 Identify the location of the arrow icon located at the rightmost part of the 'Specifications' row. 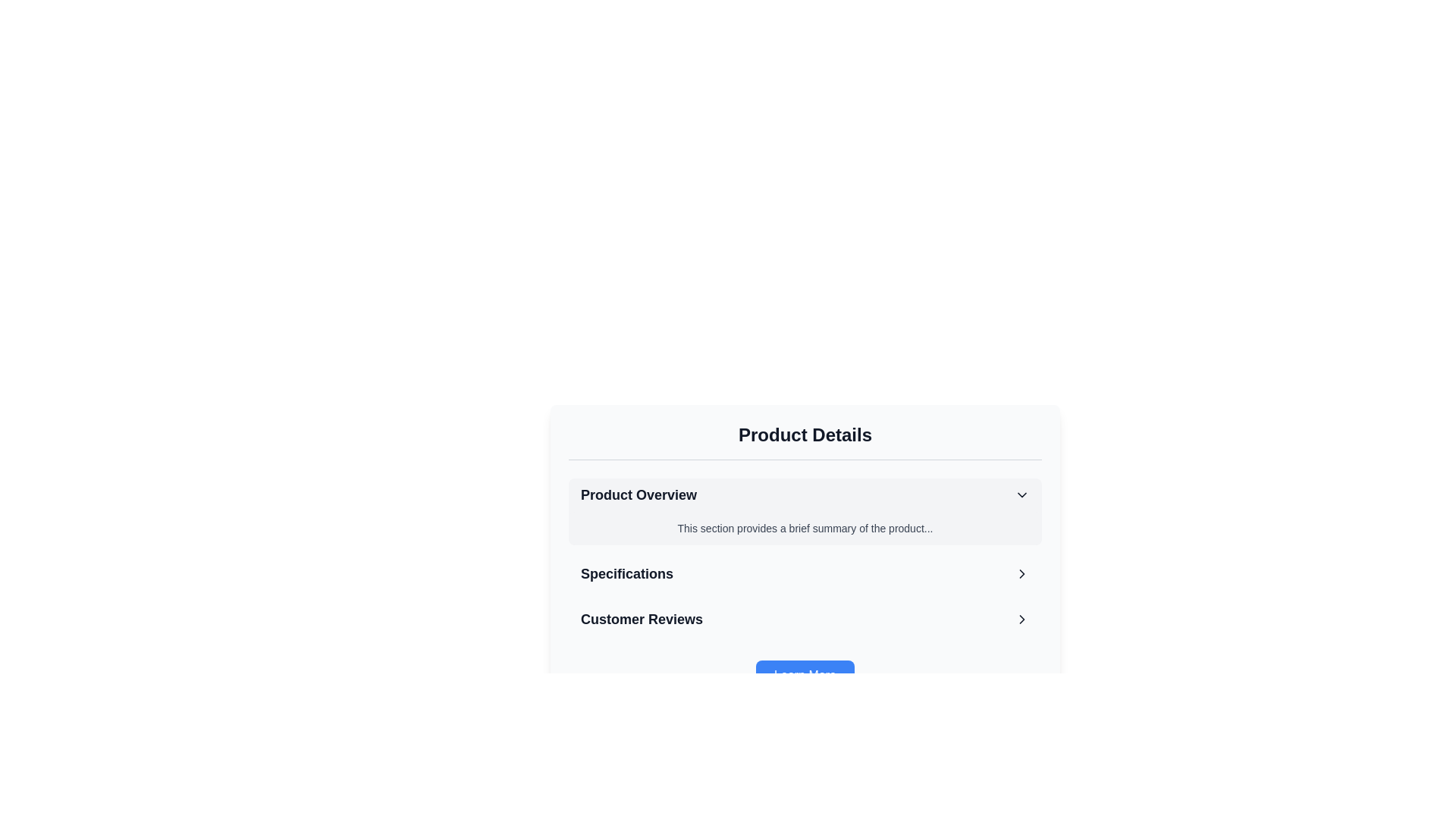
(1022, 573).